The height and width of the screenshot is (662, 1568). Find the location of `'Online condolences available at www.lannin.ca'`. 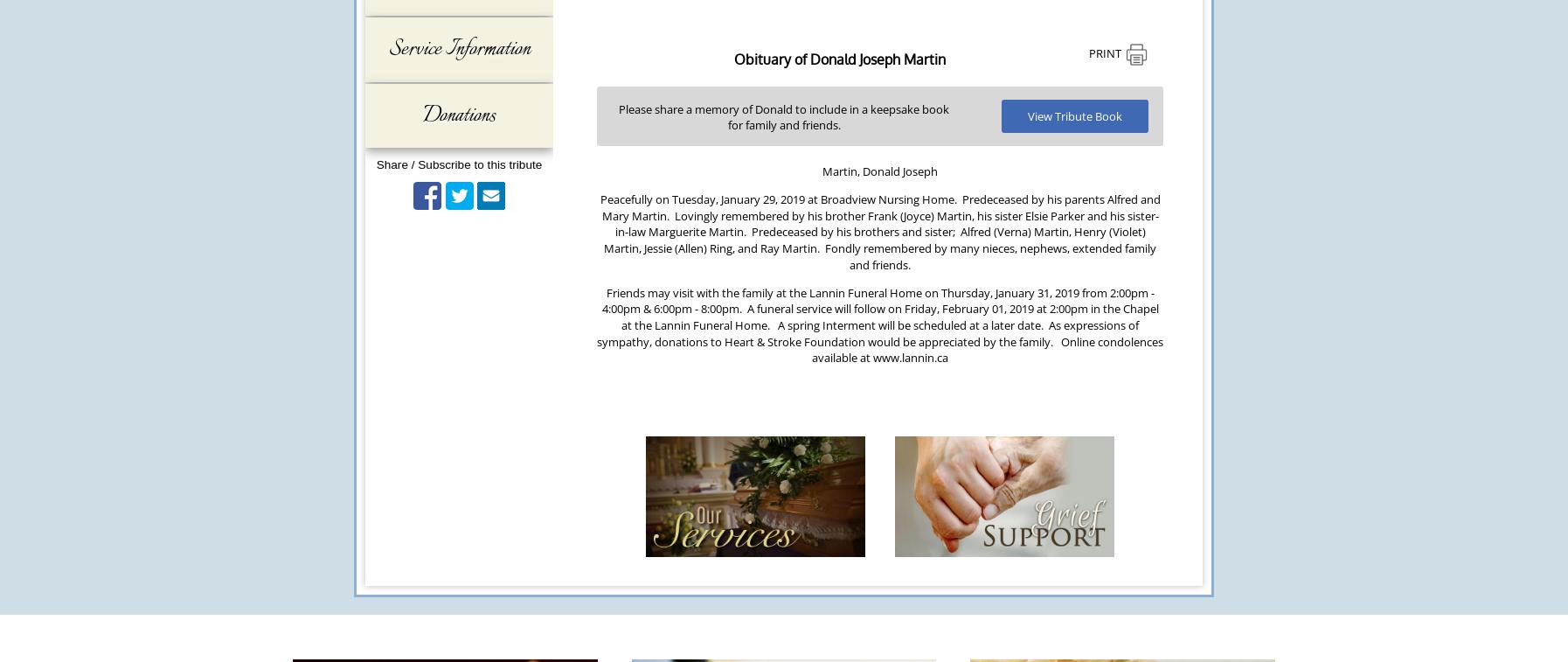

'Online condolences available at www.lannin.ca' is located at coordinates (987, 349).